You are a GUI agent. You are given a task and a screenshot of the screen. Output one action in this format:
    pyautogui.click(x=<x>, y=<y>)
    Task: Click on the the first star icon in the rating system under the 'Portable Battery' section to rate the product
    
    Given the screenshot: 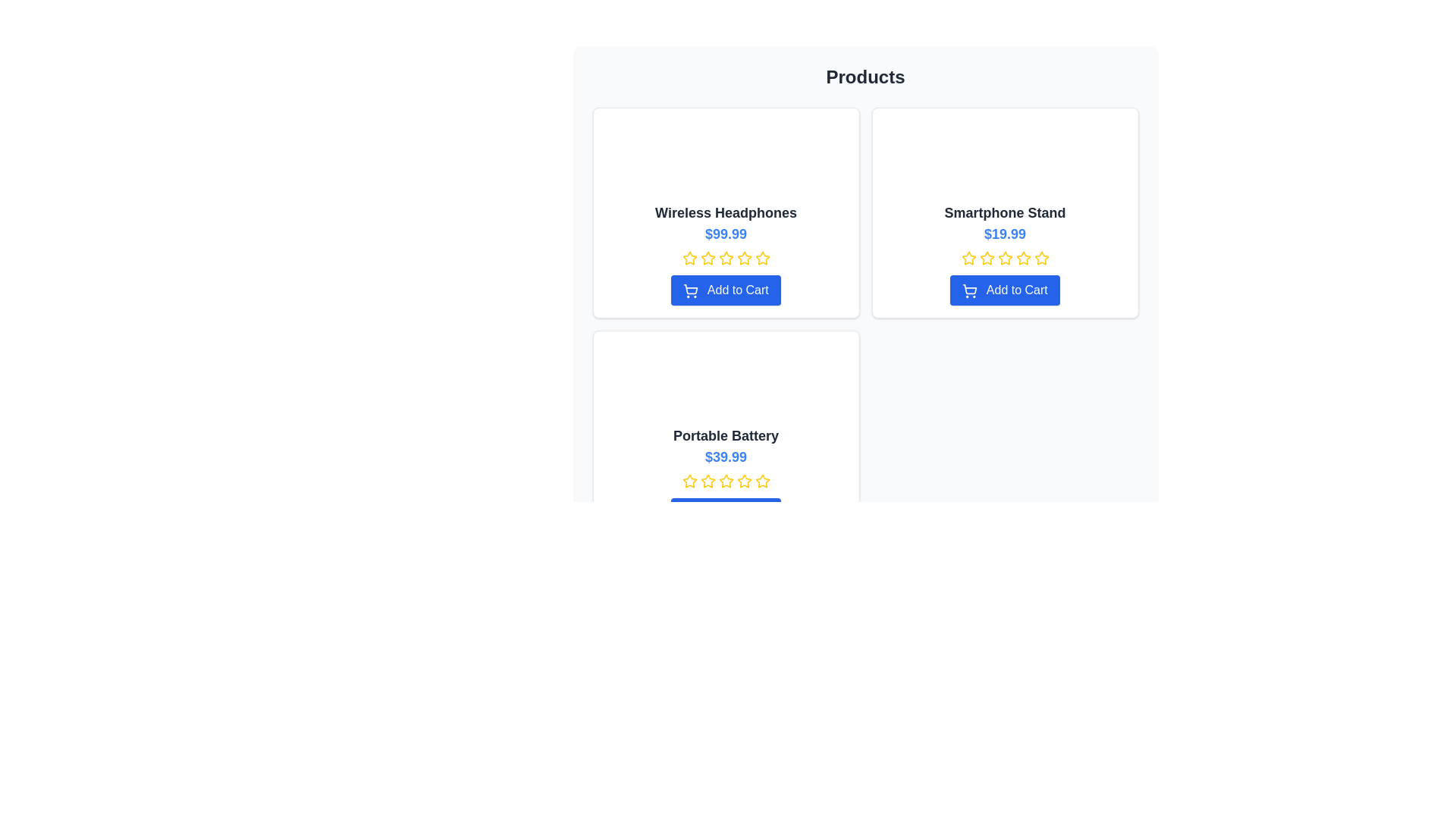 What is the action you would take?
    pyautogui.click(x=689, y=481)
    